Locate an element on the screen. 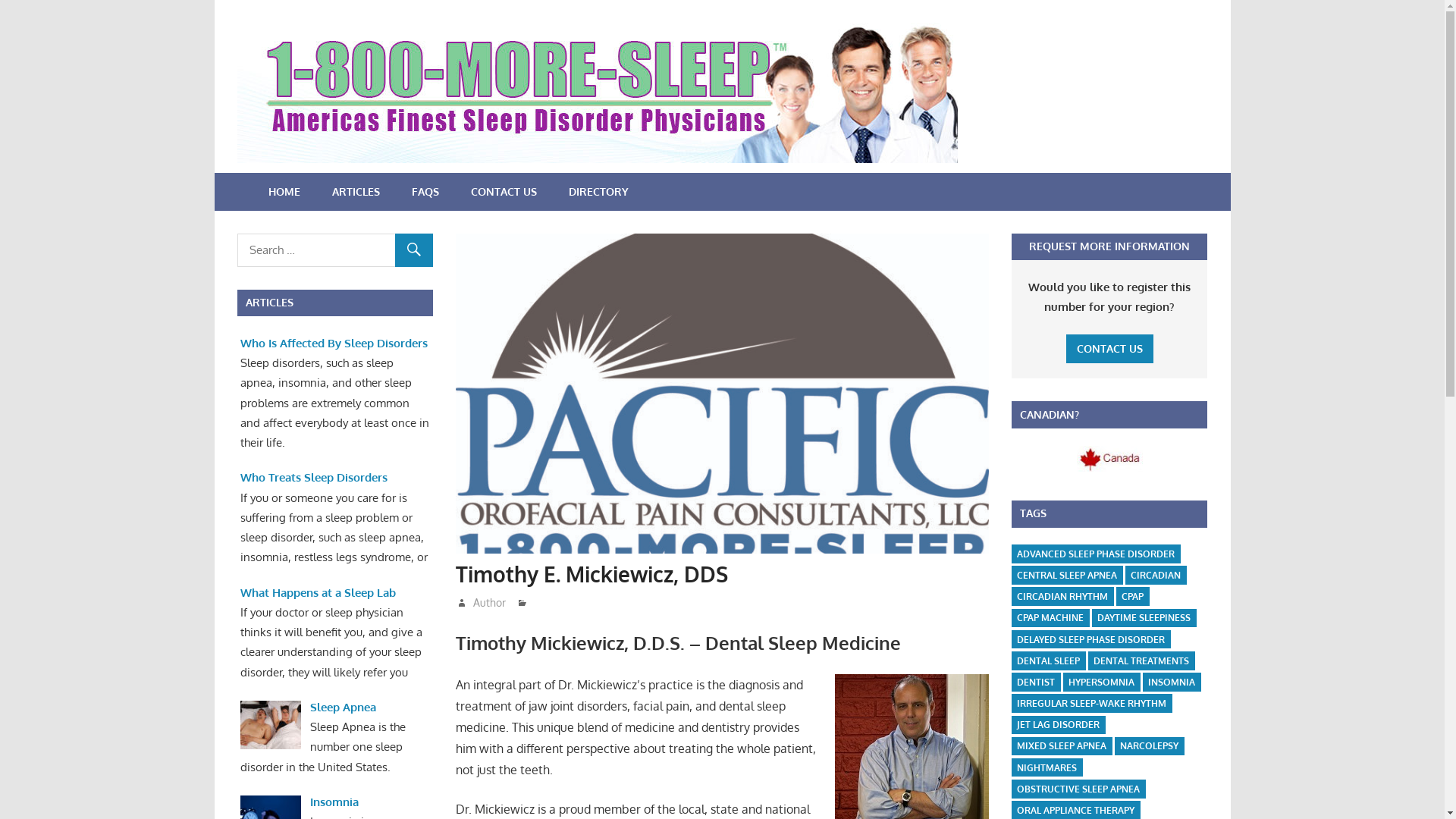  'What Happens at a Sleep Lab' is located at coordinates (317, 591).